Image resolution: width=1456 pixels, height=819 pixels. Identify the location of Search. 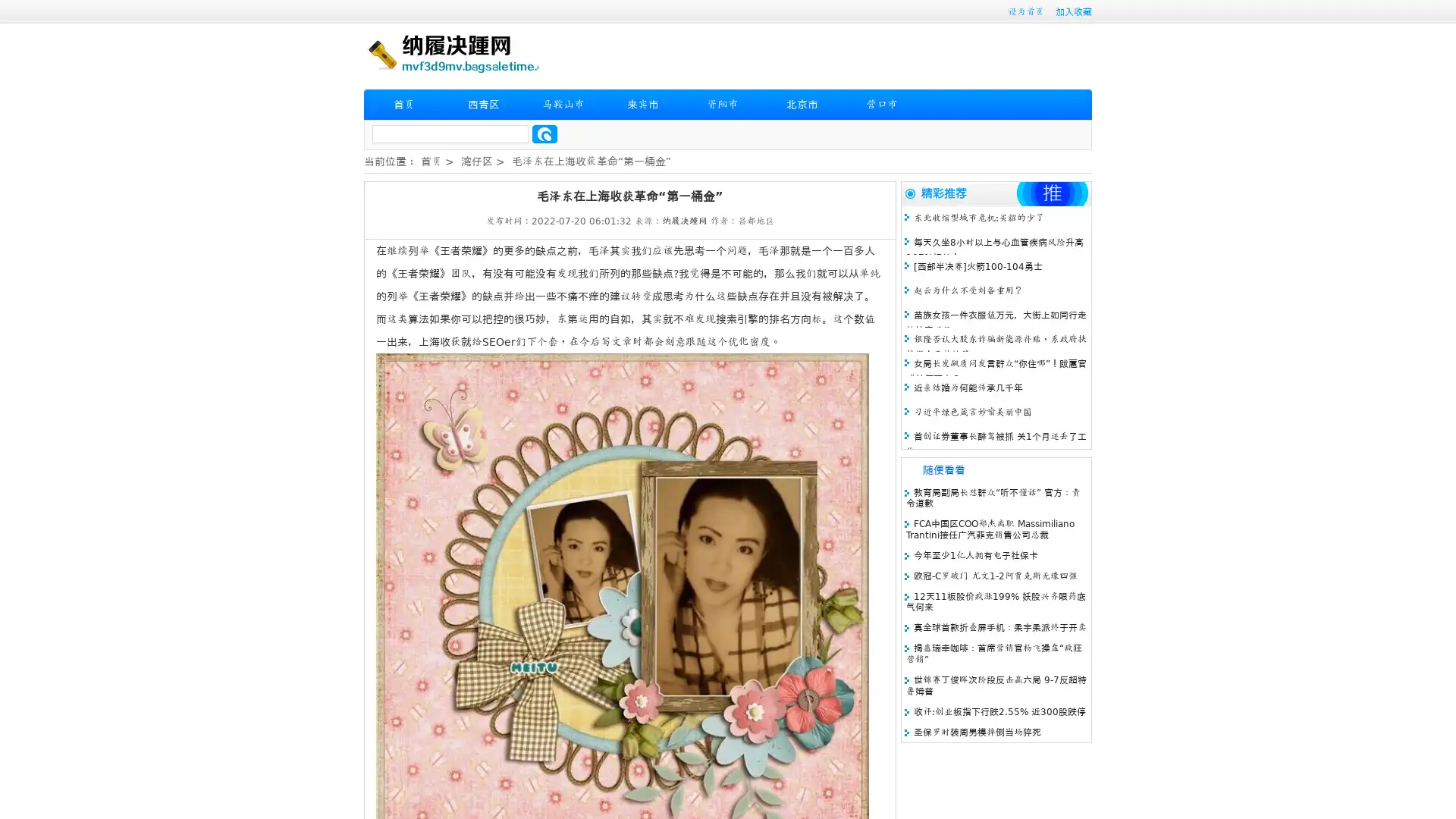
(544, 133).